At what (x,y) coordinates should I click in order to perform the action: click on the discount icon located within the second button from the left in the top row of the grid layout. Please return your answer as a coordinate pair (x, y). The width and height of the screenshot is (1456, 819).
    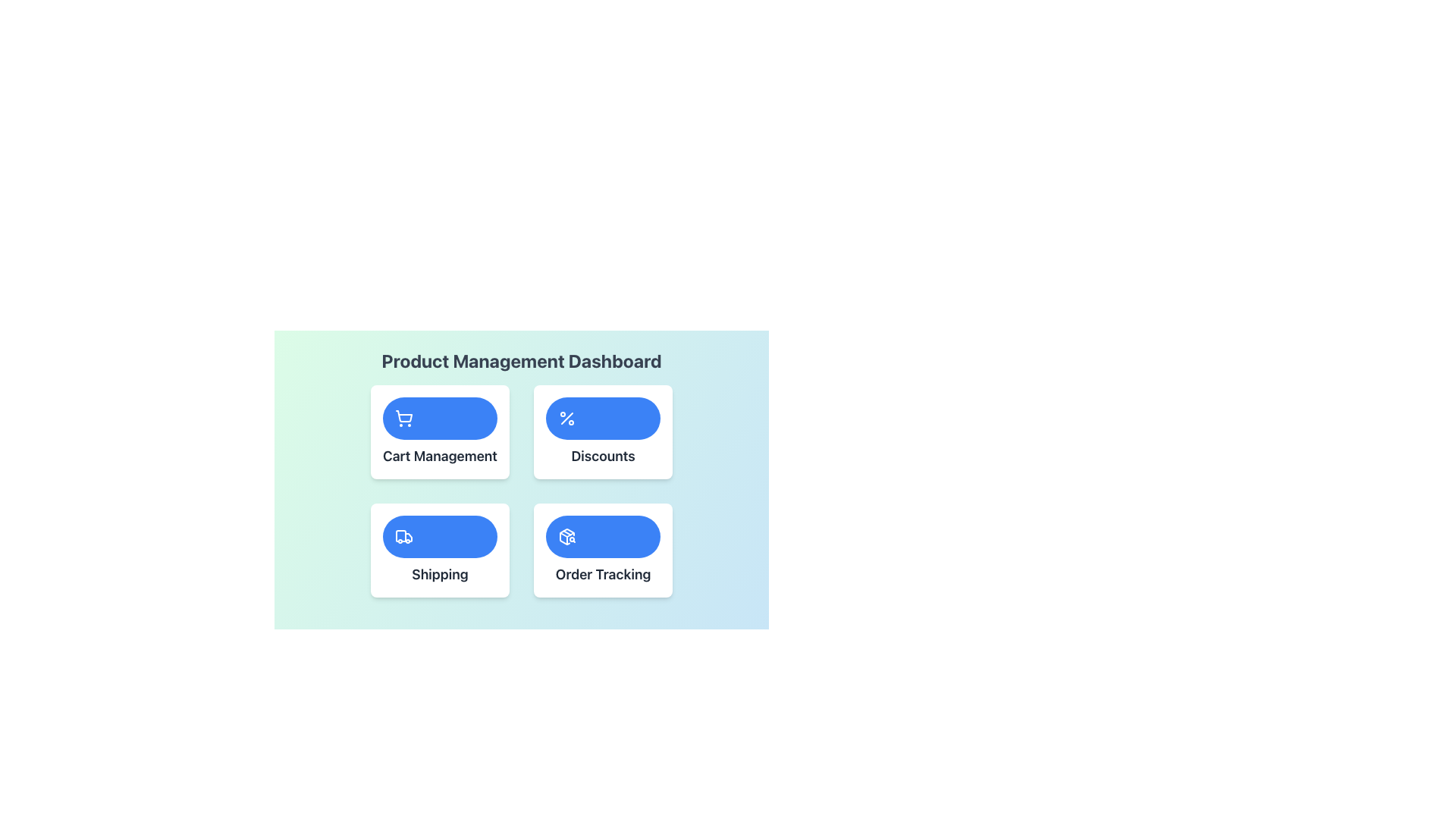
    Looking at the image, I should click on (566, 418).